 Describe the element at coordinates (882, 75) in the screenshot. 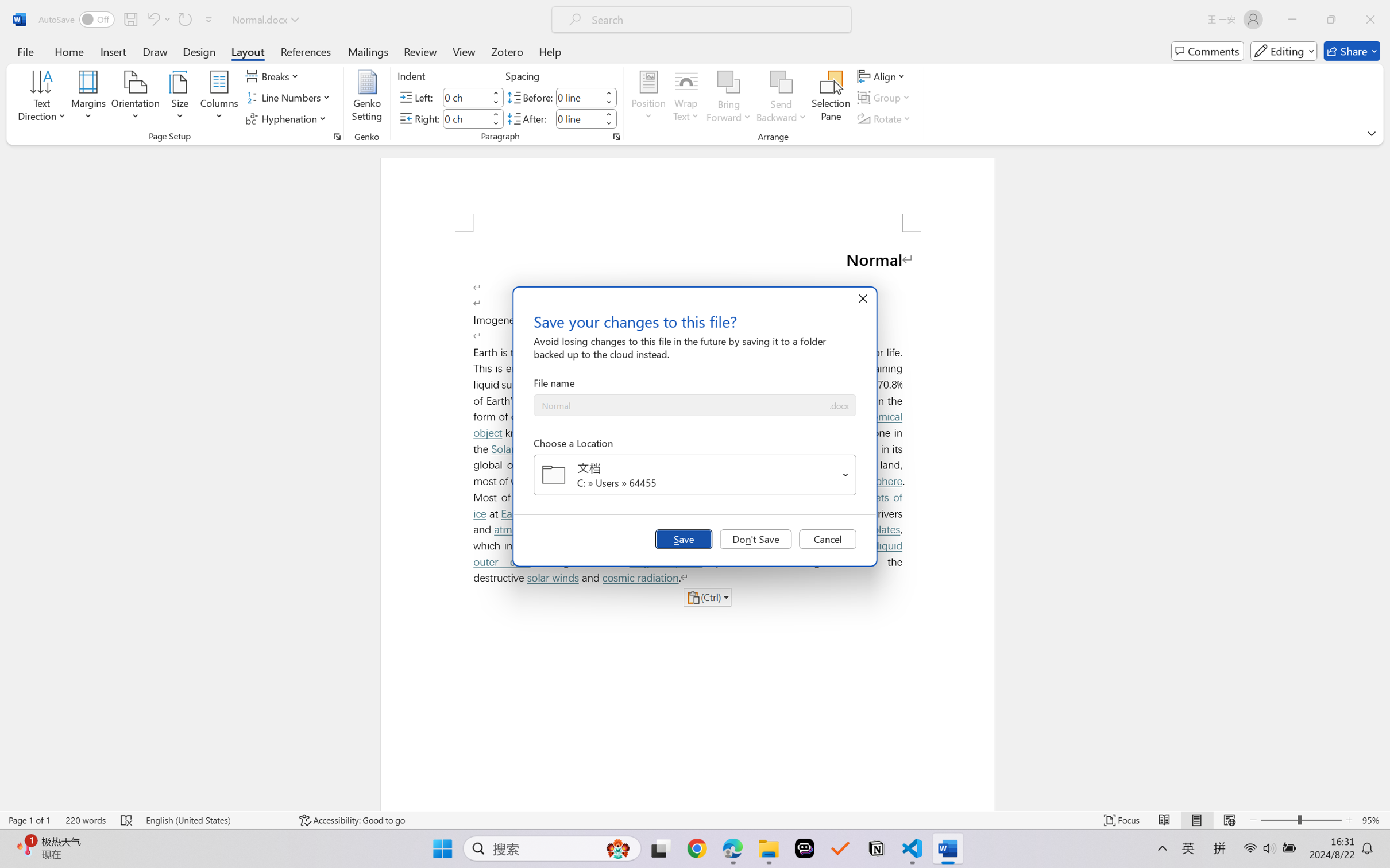

I see `'Align'` at that location.